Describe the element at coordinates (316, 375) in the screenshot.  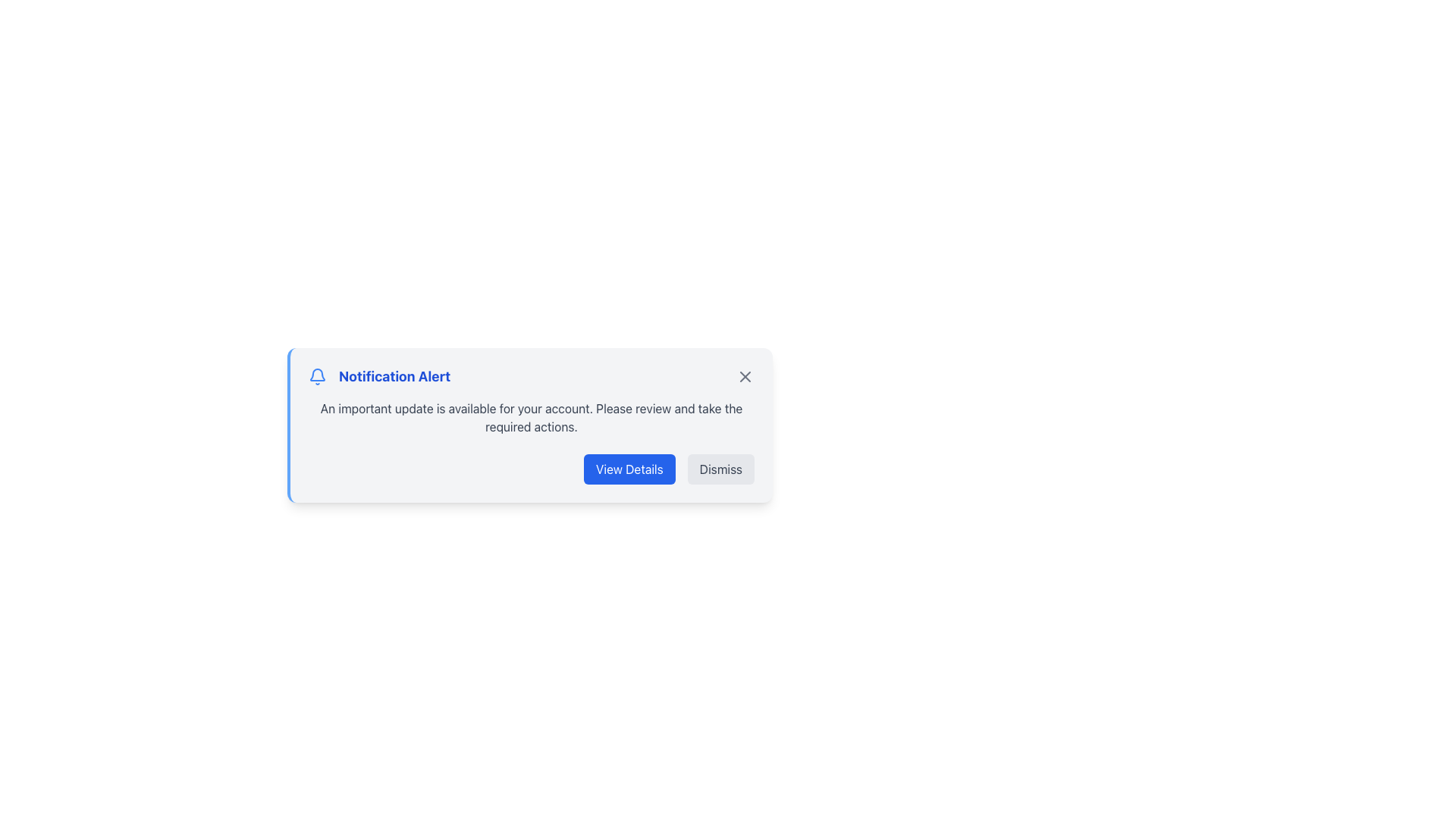
I see `lower outline arc of the blue-outlined bell in the notification icon, located to the left of the 'Notification Alert' heading, for development purposes` at that location.